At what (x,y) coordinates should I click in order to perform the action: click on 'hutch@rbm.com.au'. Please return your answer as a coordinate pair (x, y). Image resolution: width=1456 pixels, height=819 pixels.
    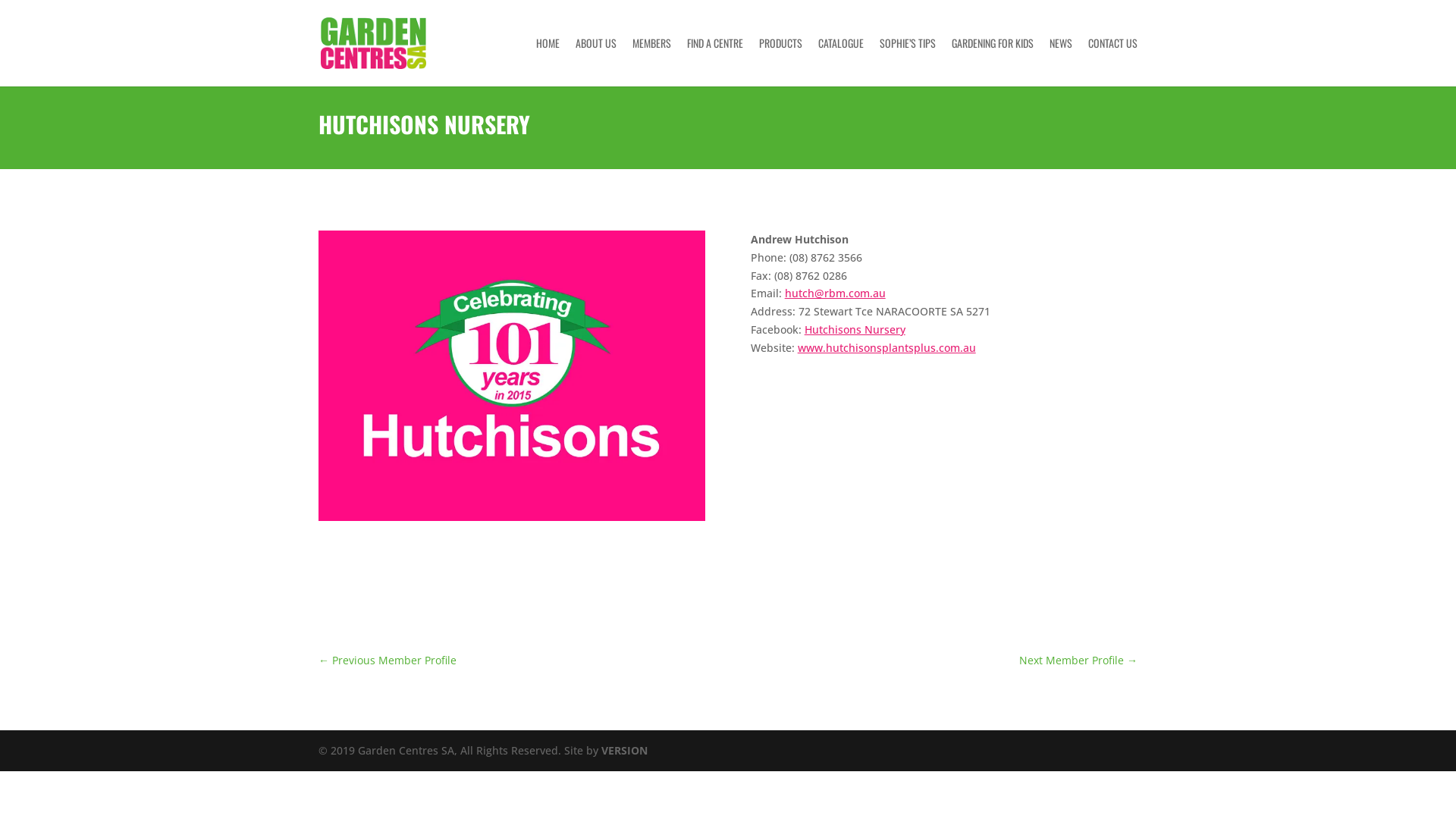
    Looking at the image, I should click on (785, 293).